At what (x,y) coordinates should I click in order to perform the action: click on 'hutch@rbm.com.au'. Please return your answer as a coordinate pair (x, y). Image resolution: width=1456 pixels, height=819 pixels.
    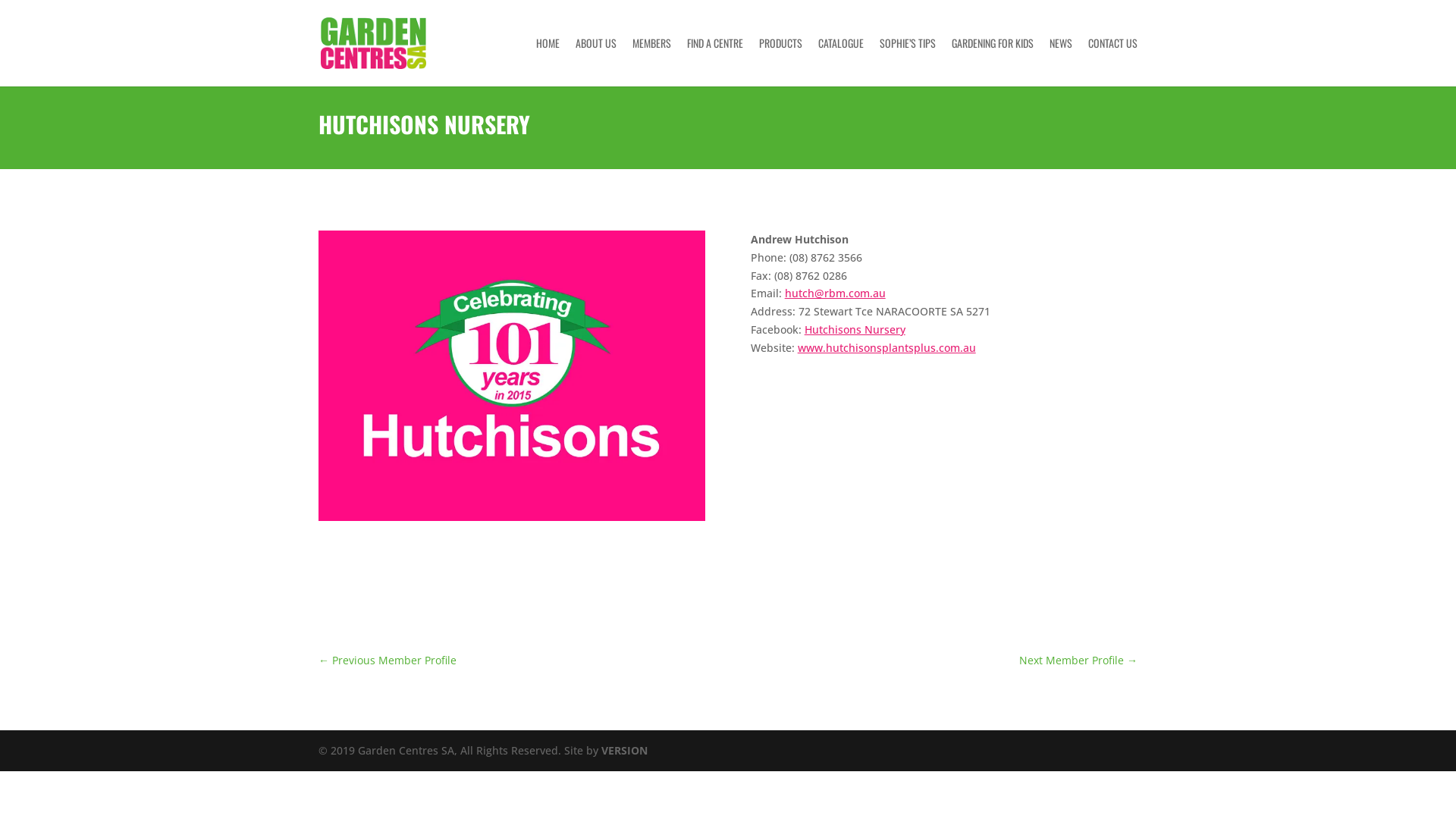
    Looking at the image, I should click on (785, 293).